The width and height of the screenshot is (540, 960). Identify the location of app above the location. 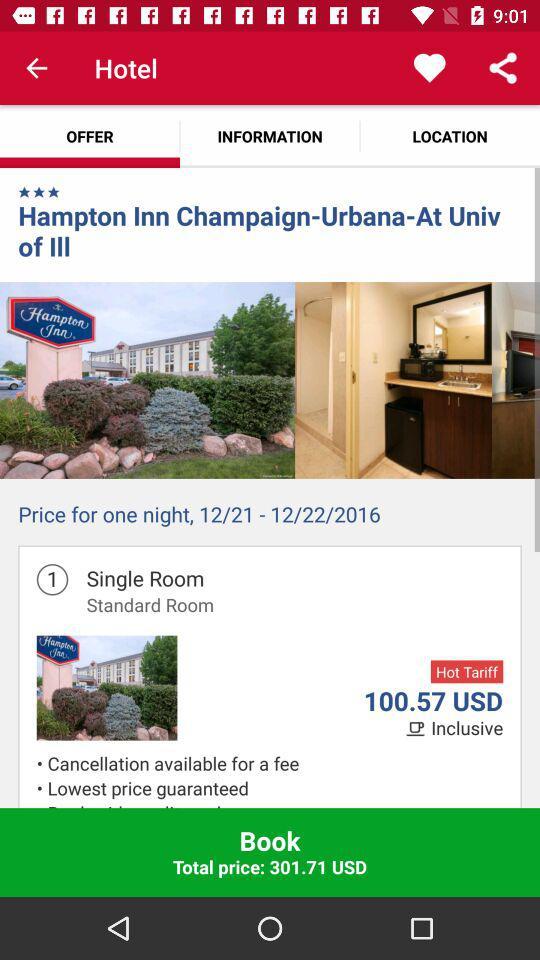
(502, 68).